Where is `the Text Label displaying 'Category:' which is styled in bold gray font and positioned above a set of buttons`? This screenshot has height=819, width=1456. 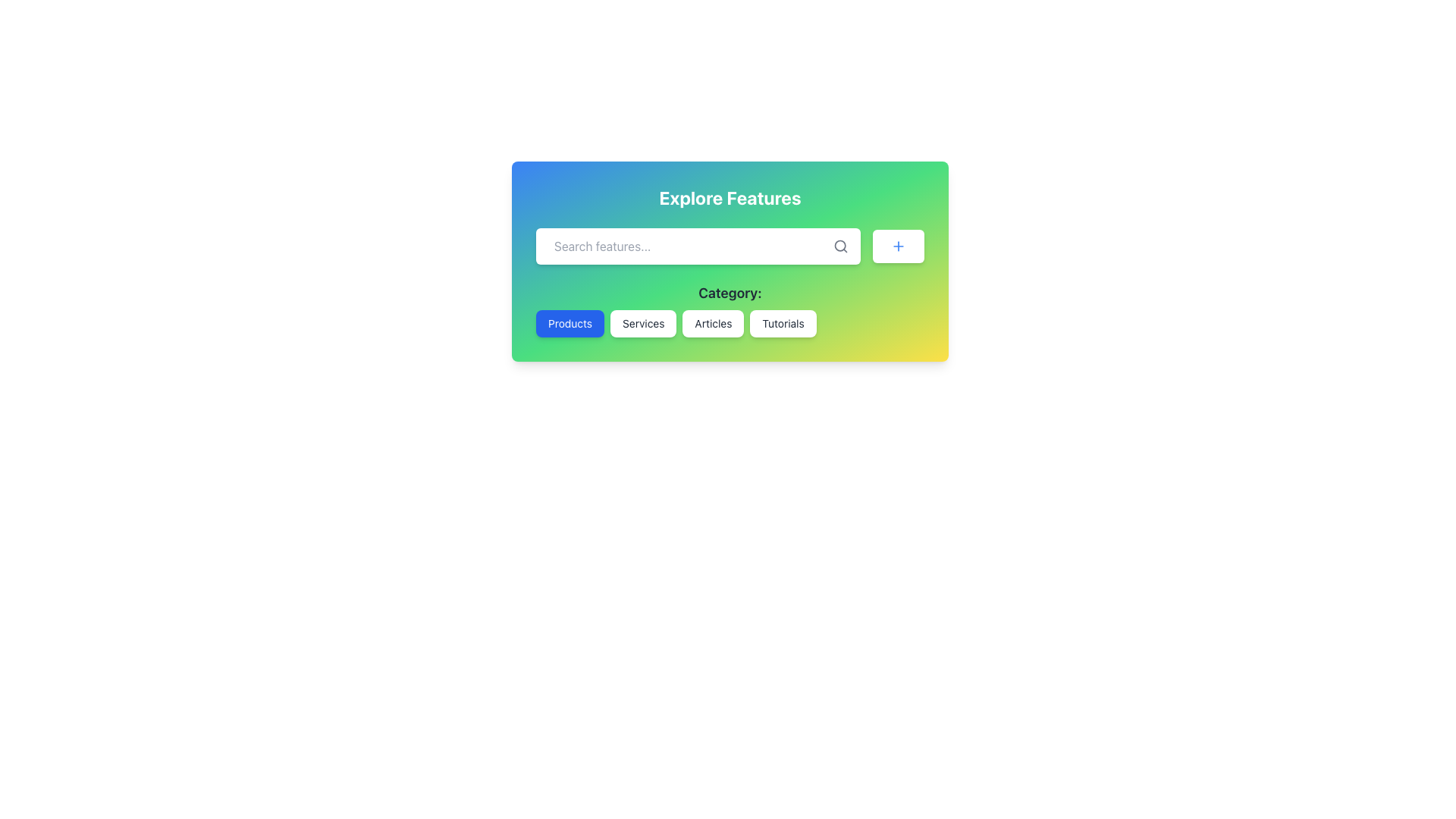 the Text Label displaying 'Category:' which is styled in bold gray font and positioned above a set of buttons is located at coordinates (730, 293).